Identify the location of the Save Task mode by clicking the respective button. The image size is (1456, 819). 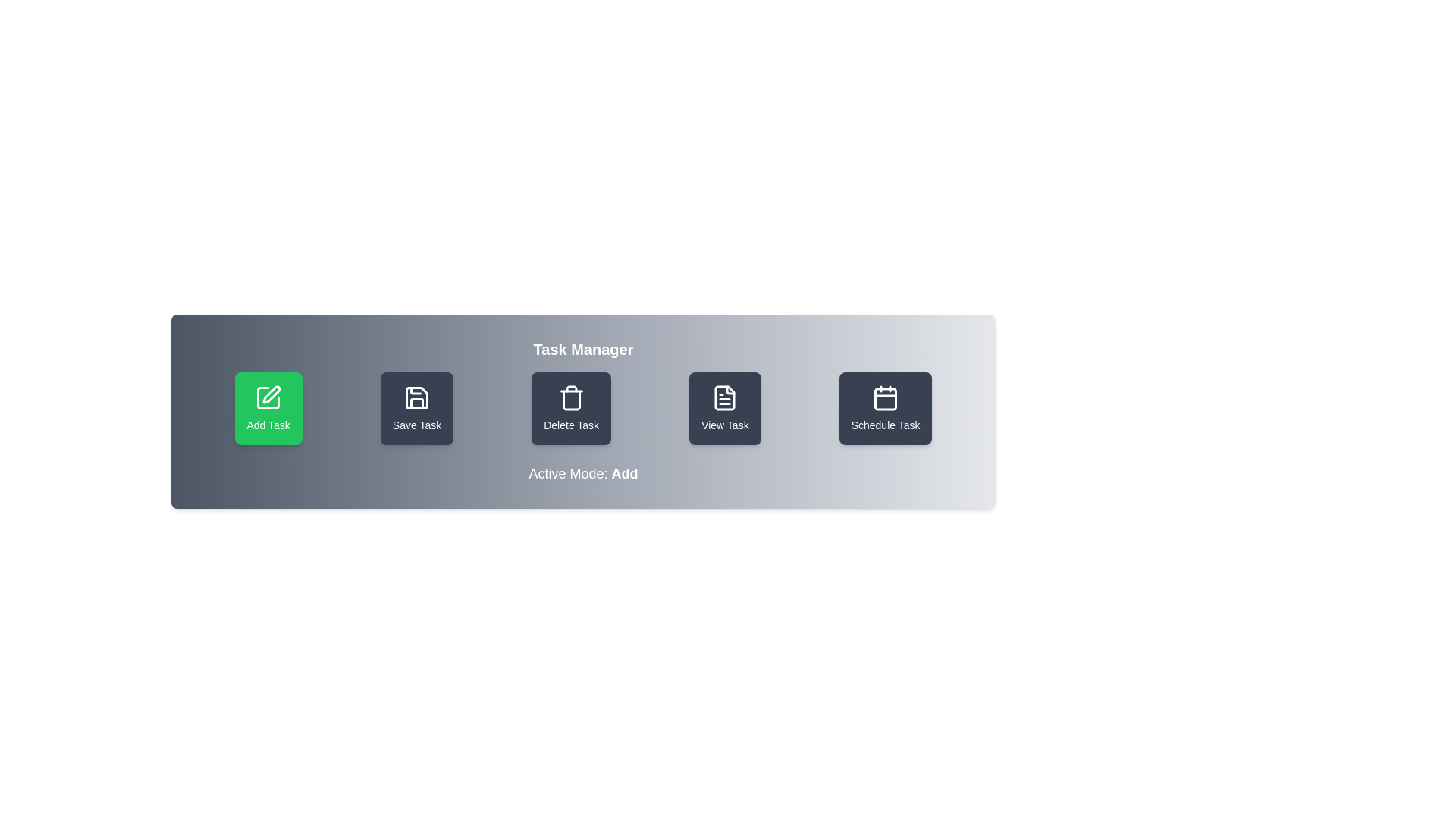
(417, 408).